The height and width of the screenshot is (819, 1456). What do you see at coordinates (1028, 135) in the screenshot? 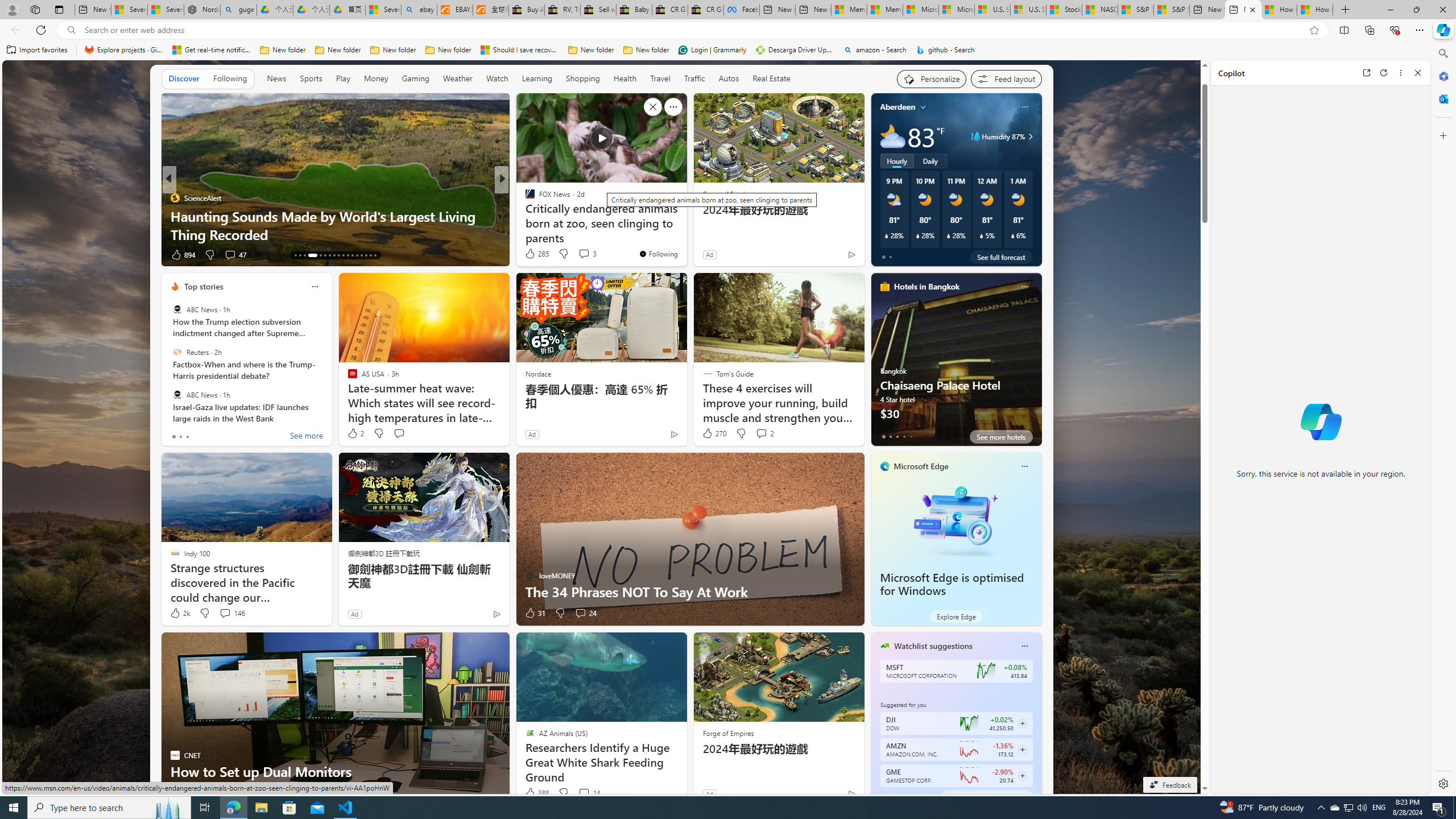
I see `'Humidity 87%'` at bounding box center [1028, 135].